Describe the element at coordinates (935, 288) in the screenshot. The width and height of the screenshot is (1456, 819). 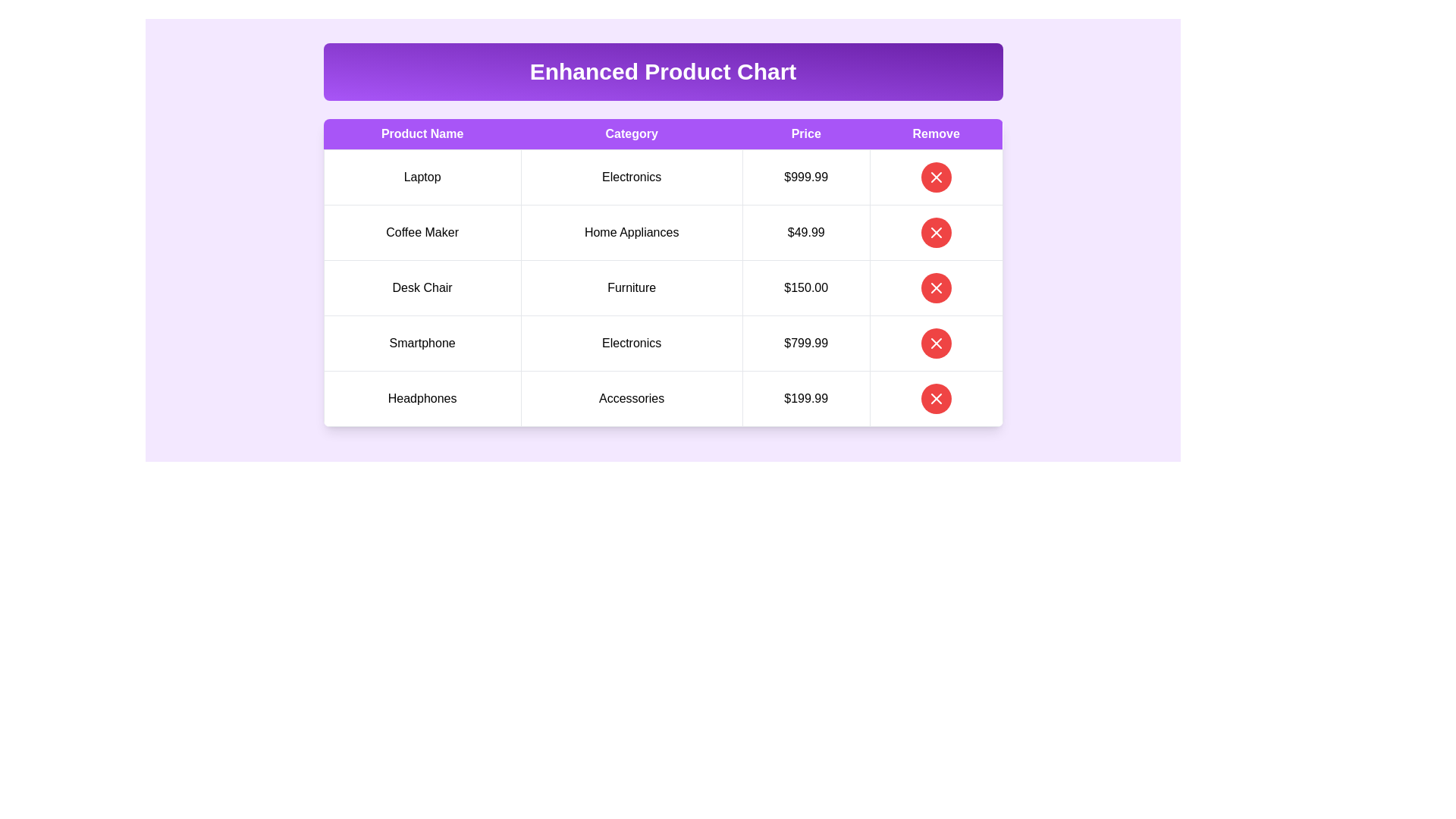
I see `the delete button for the 'Desk Chair' row in the table` at that location.